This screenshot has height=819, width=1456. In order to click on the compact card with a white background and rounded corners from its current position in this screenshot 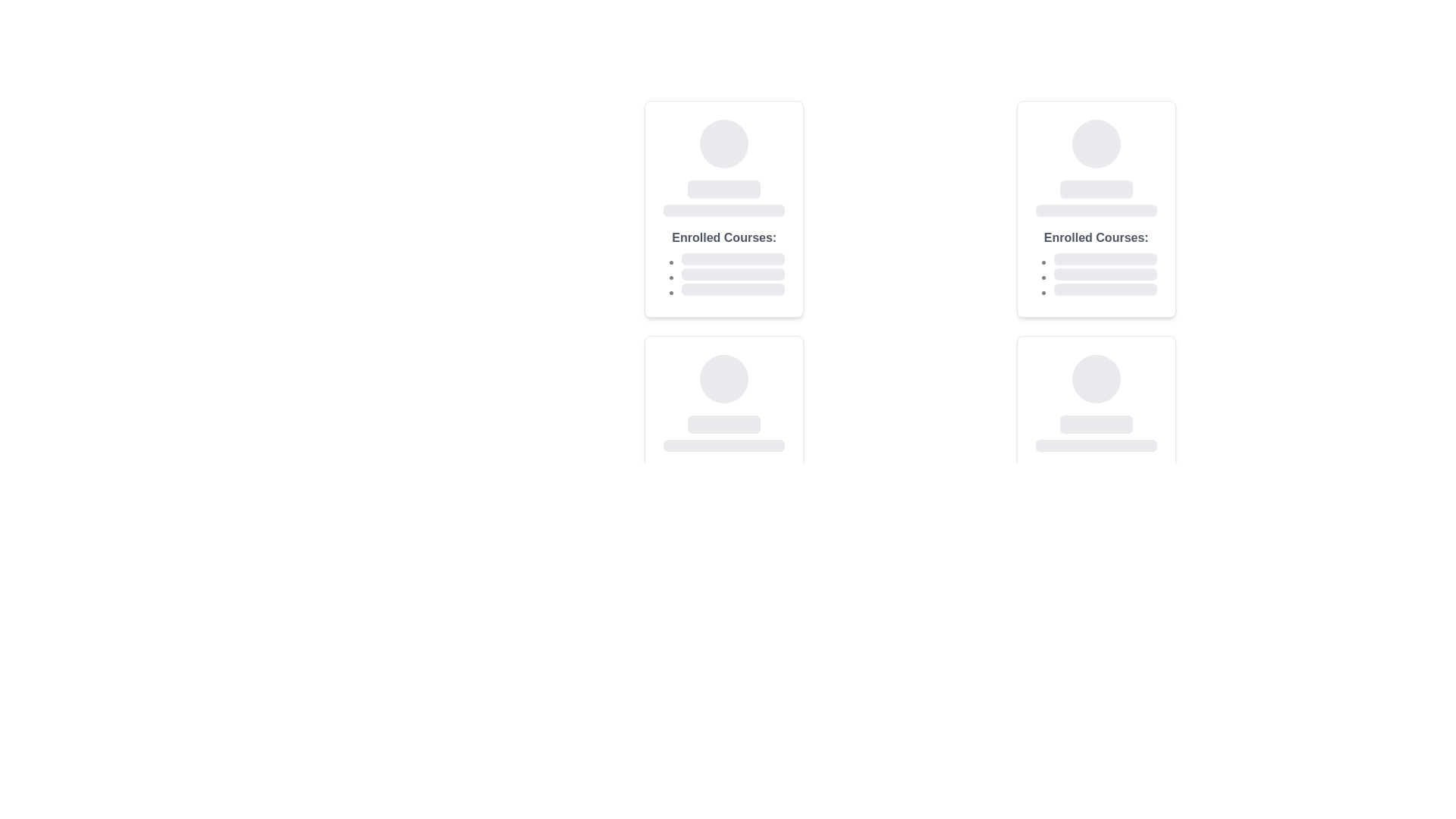, I will do `click(723, 444)`.